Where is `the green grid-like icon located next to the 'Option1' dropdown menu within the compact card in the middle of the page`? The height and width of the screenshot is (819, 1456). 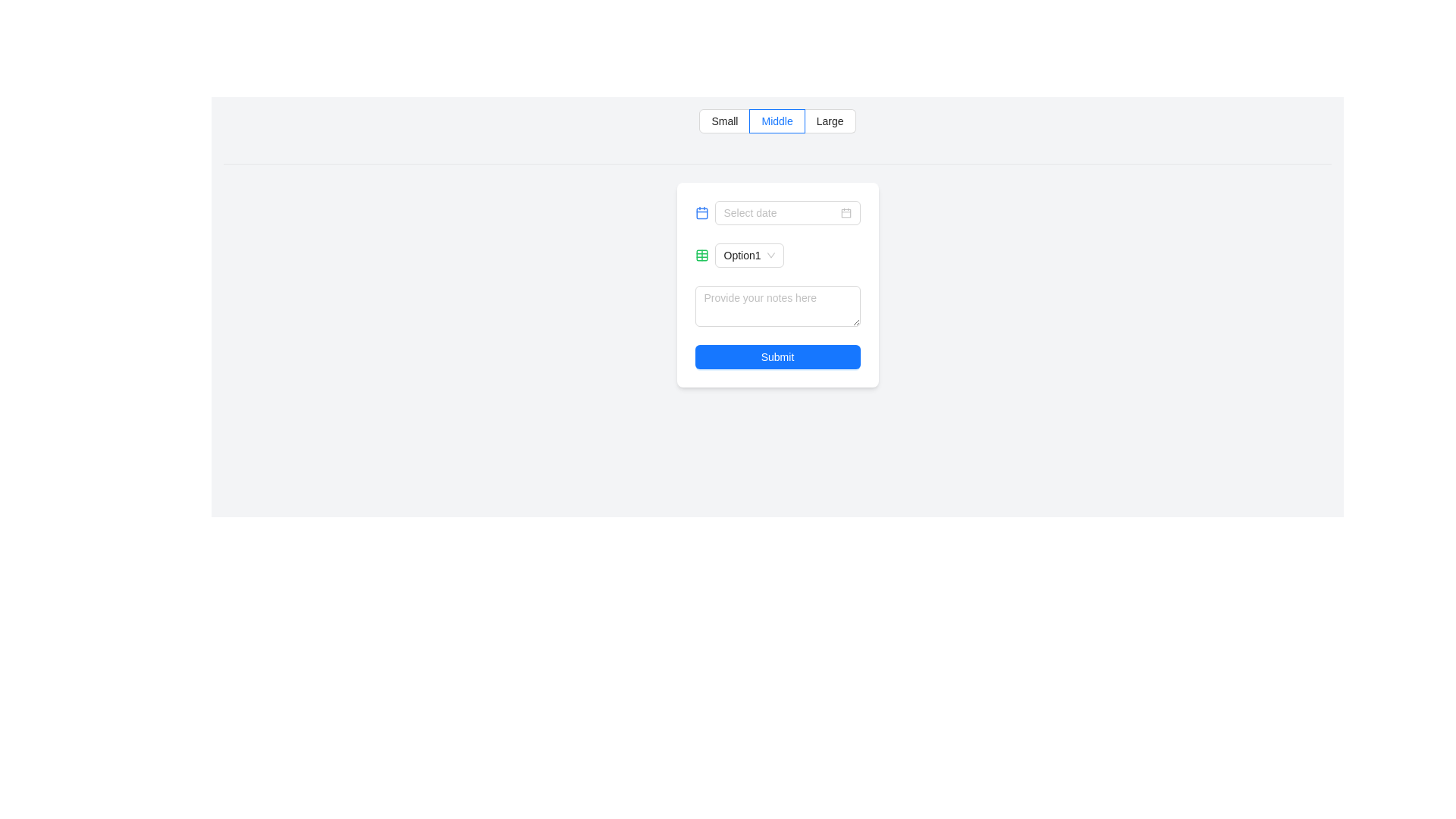 the green grid-like icon located next to the 'Option1' dropdown menu within the compact card in the middle of the page is located at coordinates (701, 254).